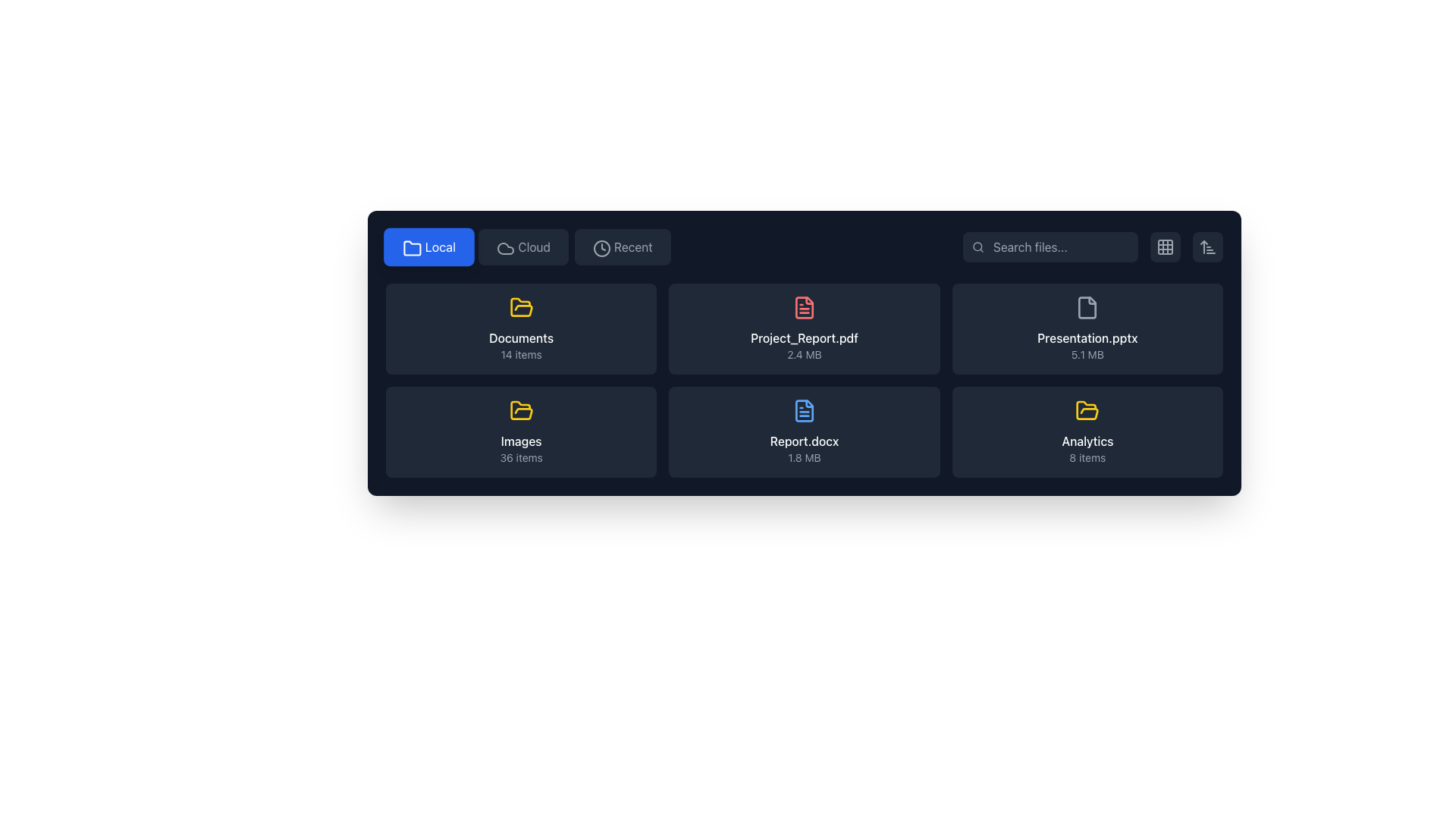 The width and height of the screenshot is (1456, 819). What do you see at coordinates (803, 411) in the screenshot?
I see `the blue-colored file icon resembling a document, located next to 'Project_Report.pdf' in the grid layout` at bounding box center [803, 411].